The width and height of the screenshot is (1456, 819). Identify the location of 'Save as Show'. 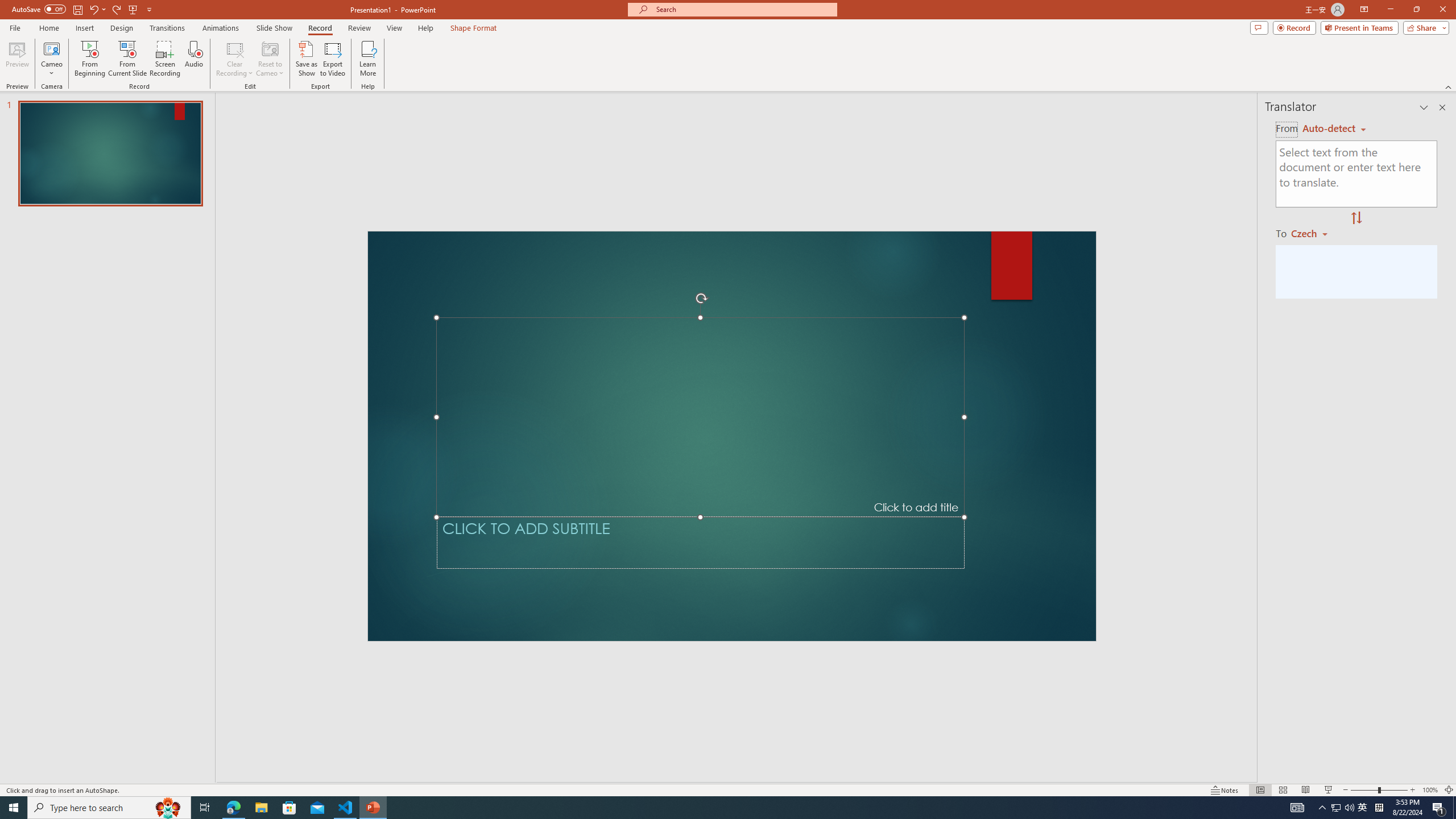
(306, 59).